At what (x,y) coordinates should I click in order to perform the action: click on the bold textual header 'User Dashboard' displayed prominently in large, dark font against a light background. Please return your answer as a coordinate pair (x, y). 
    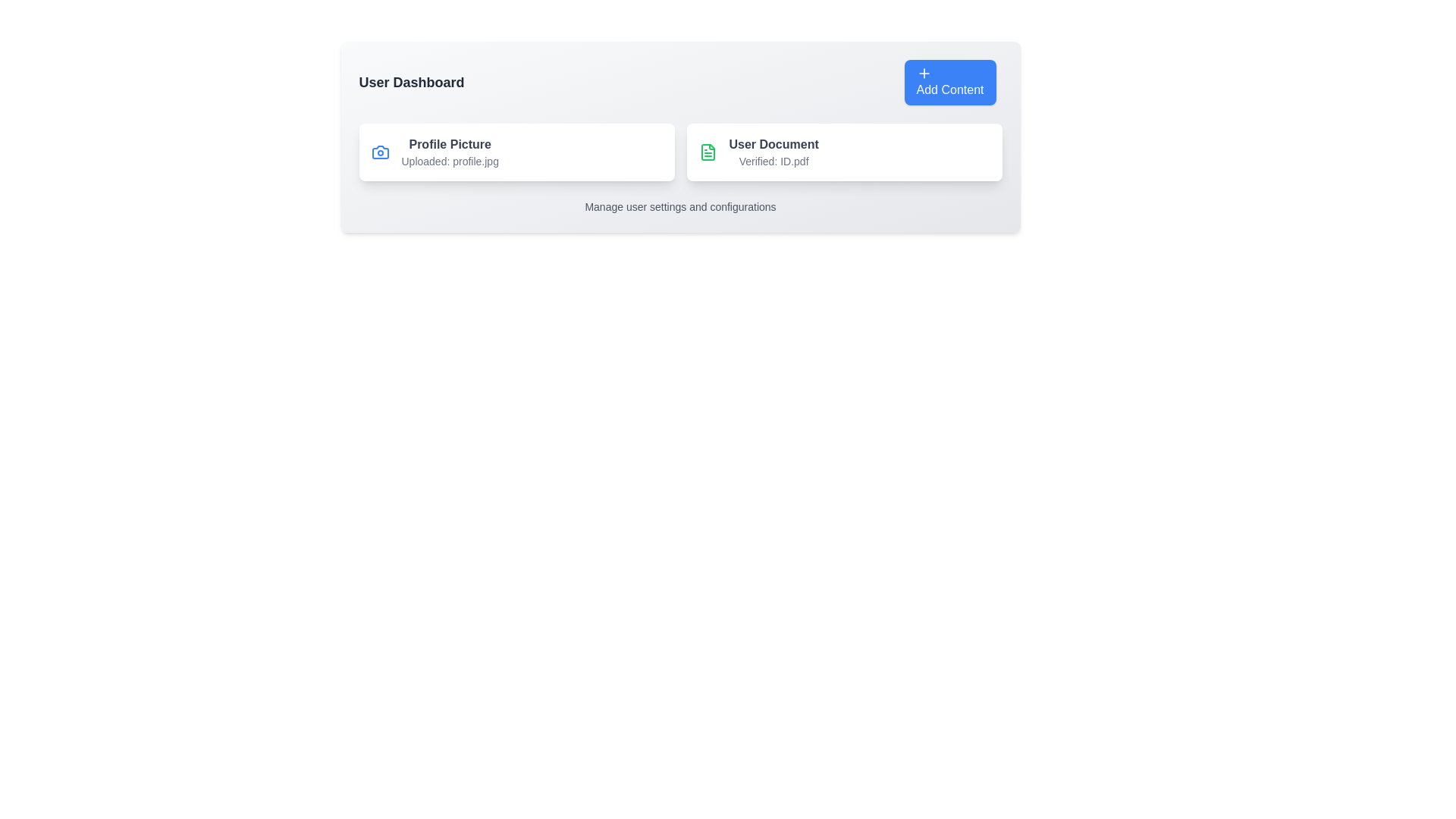
    Looking at the image, I should click on (411, 82).